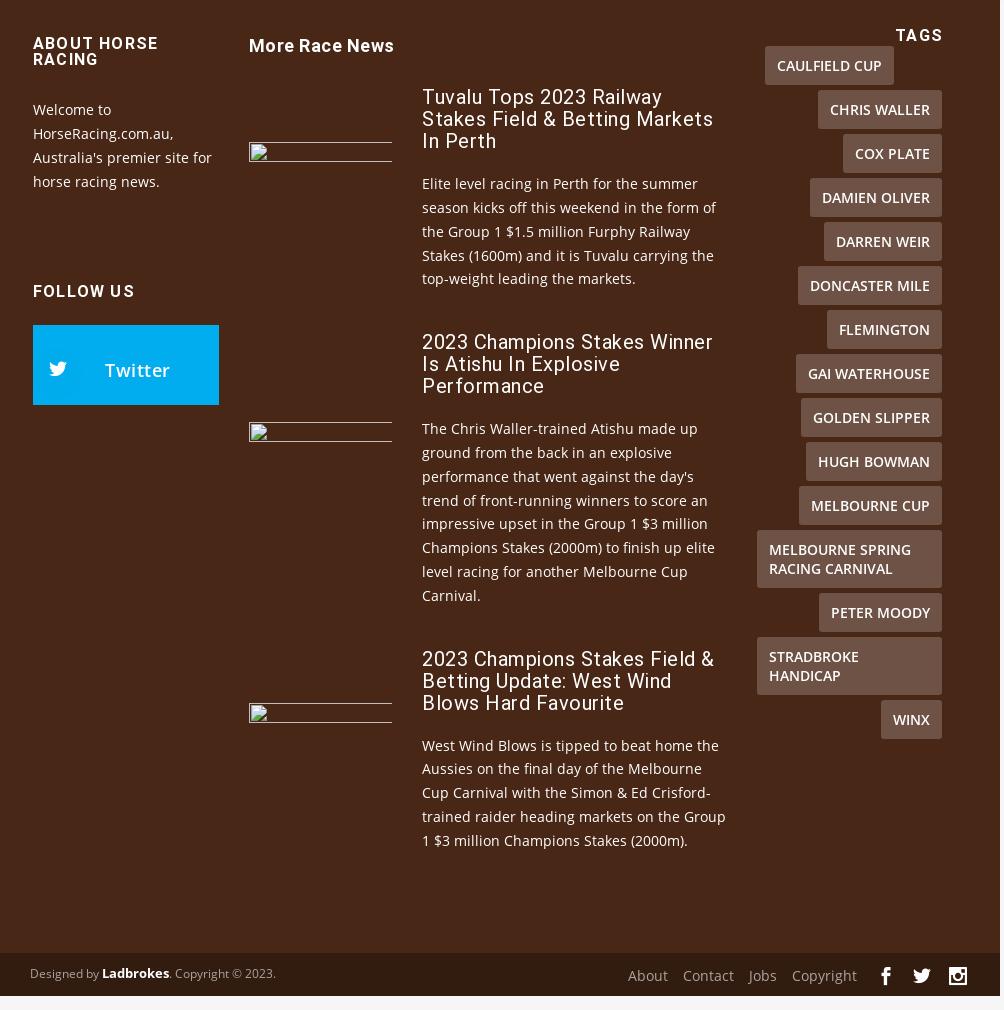  What do you see at coordinates (829, 98) in the screenshot?
I see `'Caulfield Cup'` at bounding box center [829, 98].